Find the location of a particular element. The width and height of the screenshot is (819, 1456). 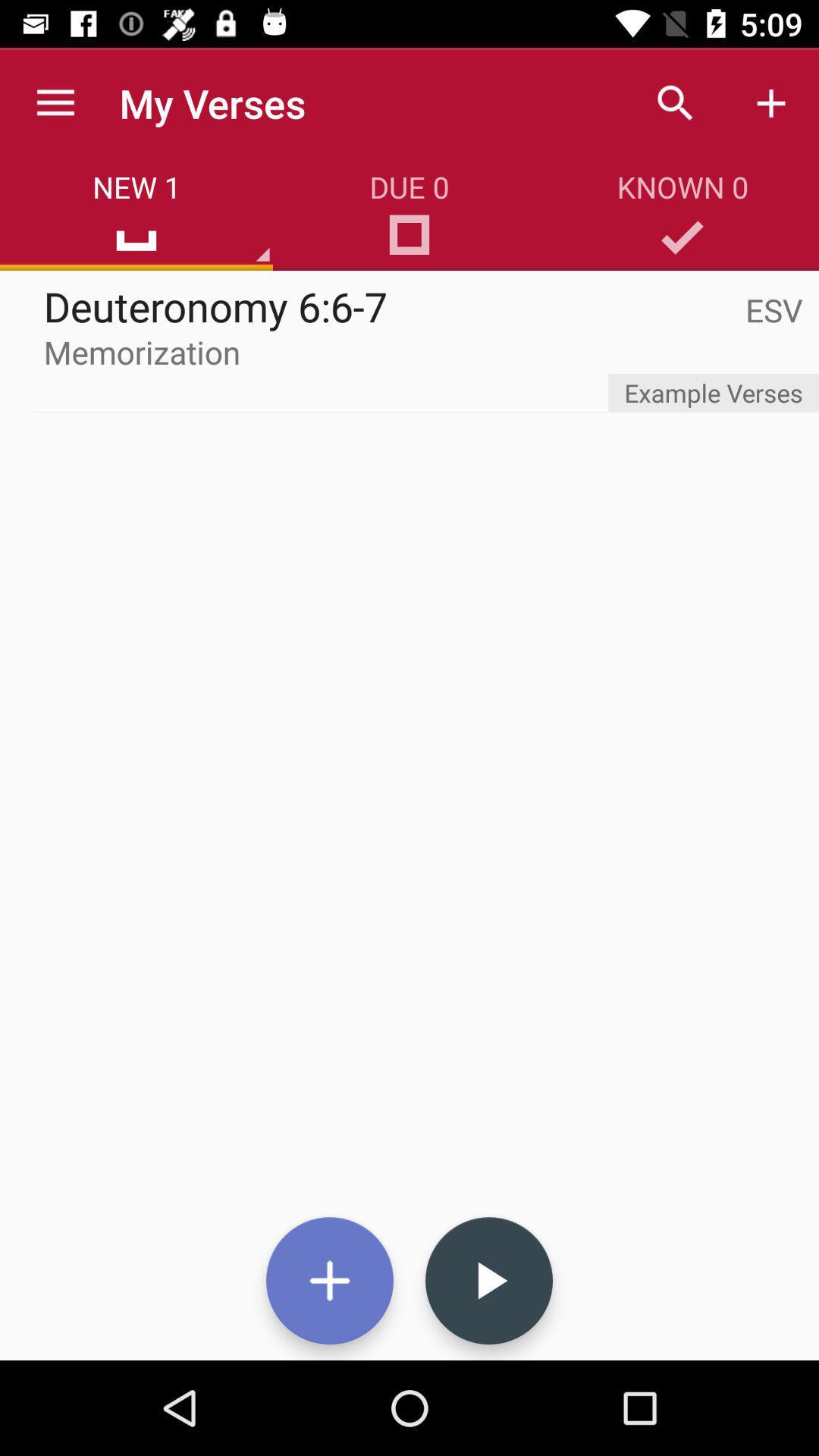

the add icon is located at coordinates (329, 1280).